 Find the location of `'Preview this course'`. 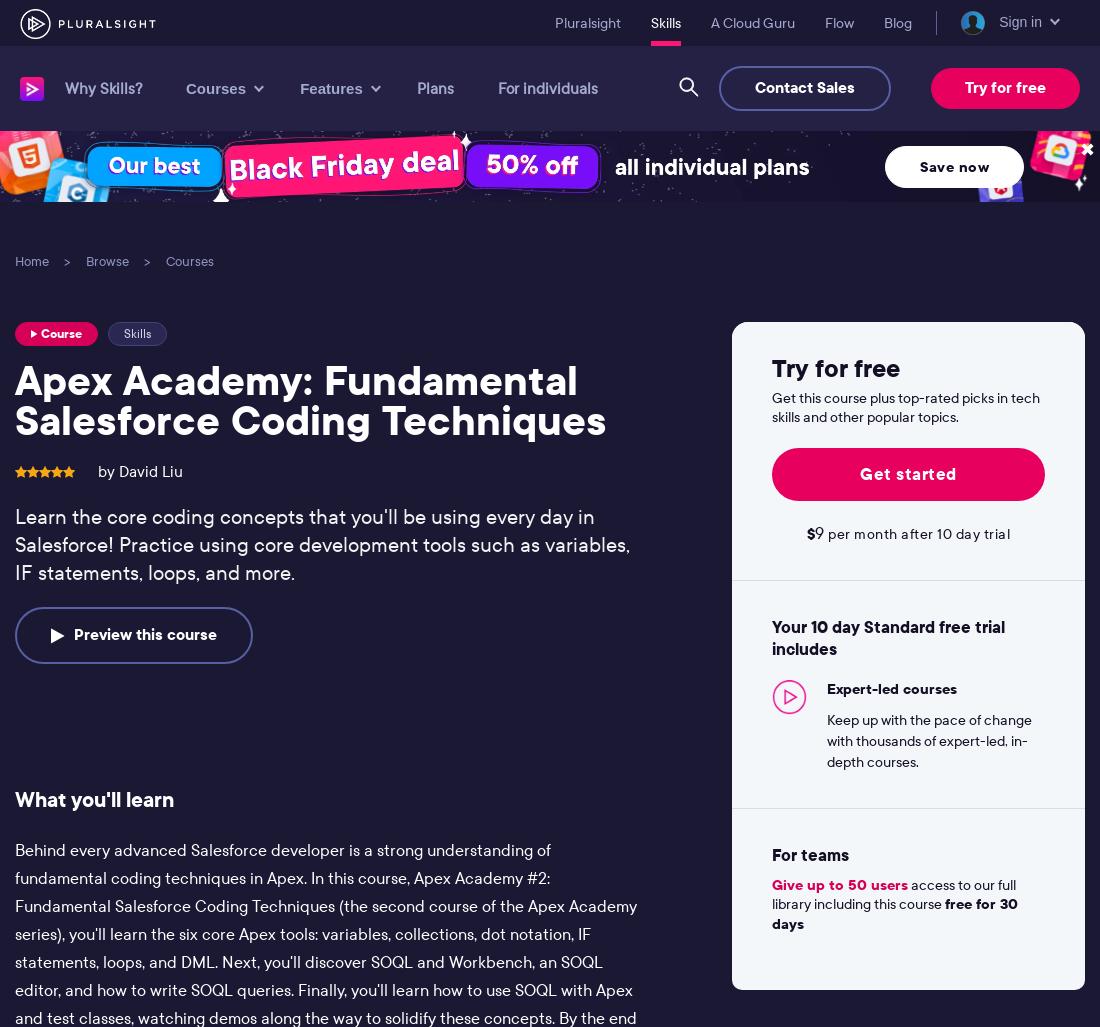

'Preview this course' is located at coordinates (74, 633).